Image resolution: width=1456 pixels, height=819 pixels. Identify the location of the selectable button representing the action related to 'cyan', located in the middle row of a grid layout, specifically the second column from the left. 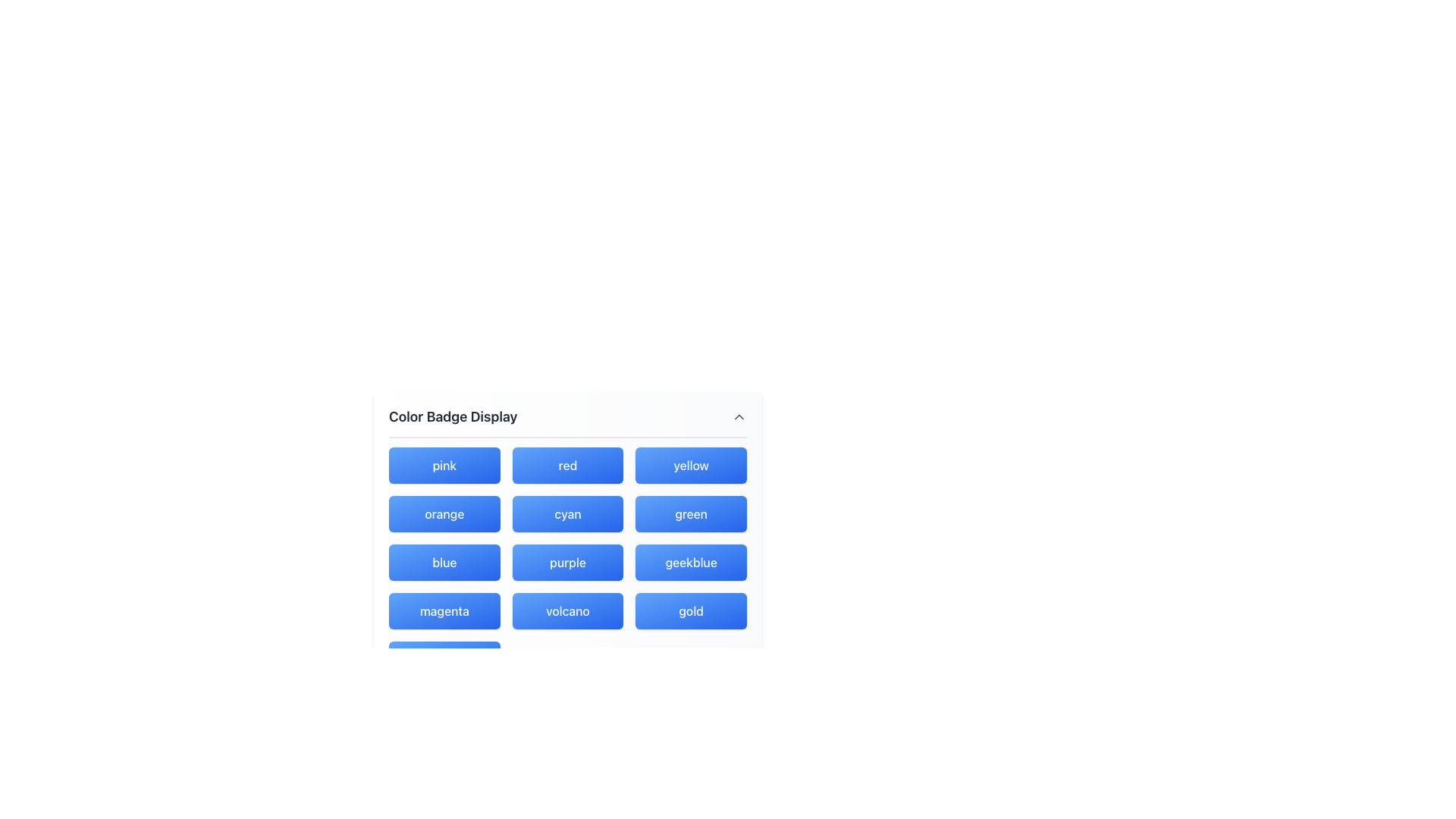
(566, 513).